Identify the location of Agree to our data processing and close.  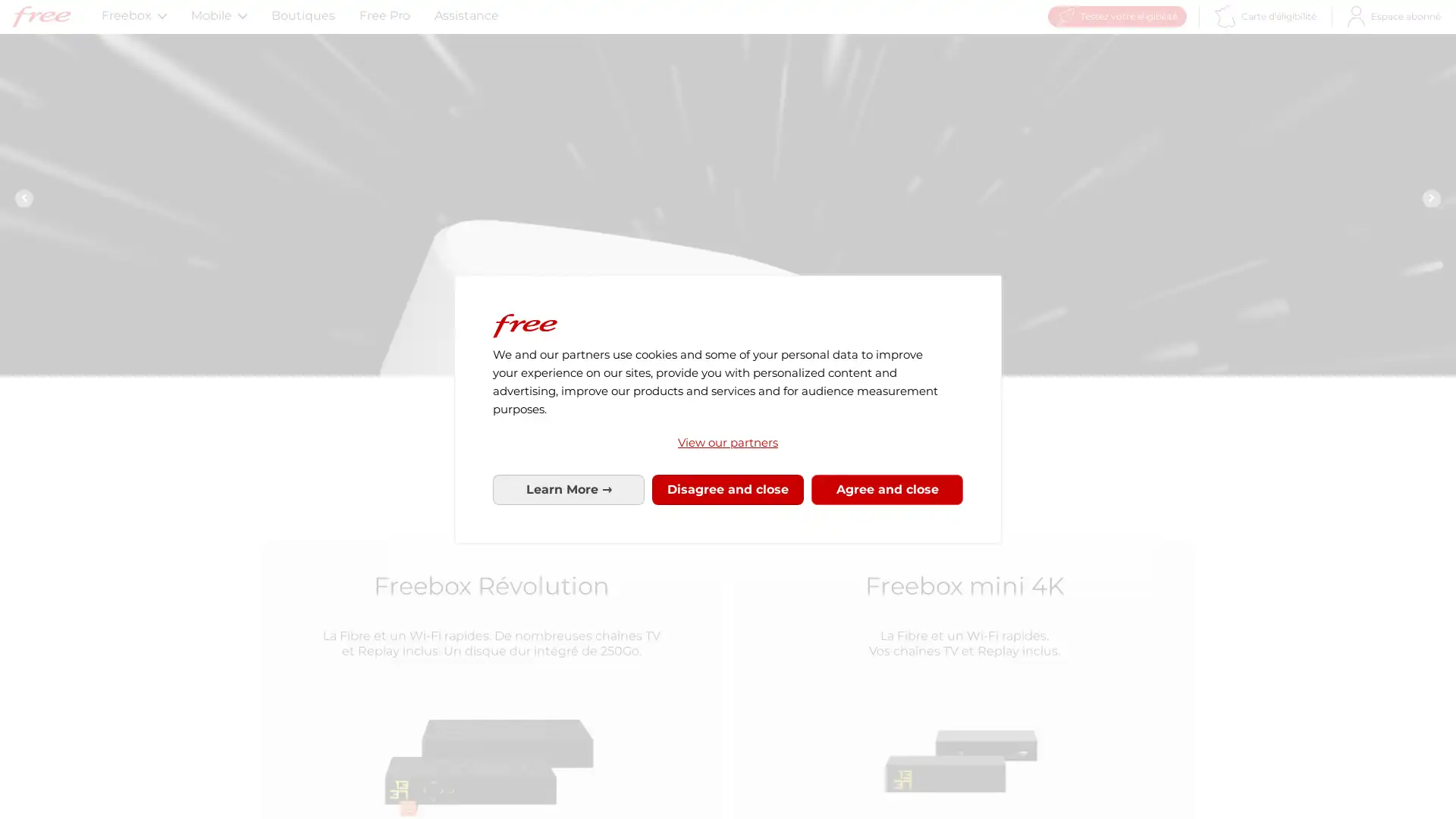
(887, 489).